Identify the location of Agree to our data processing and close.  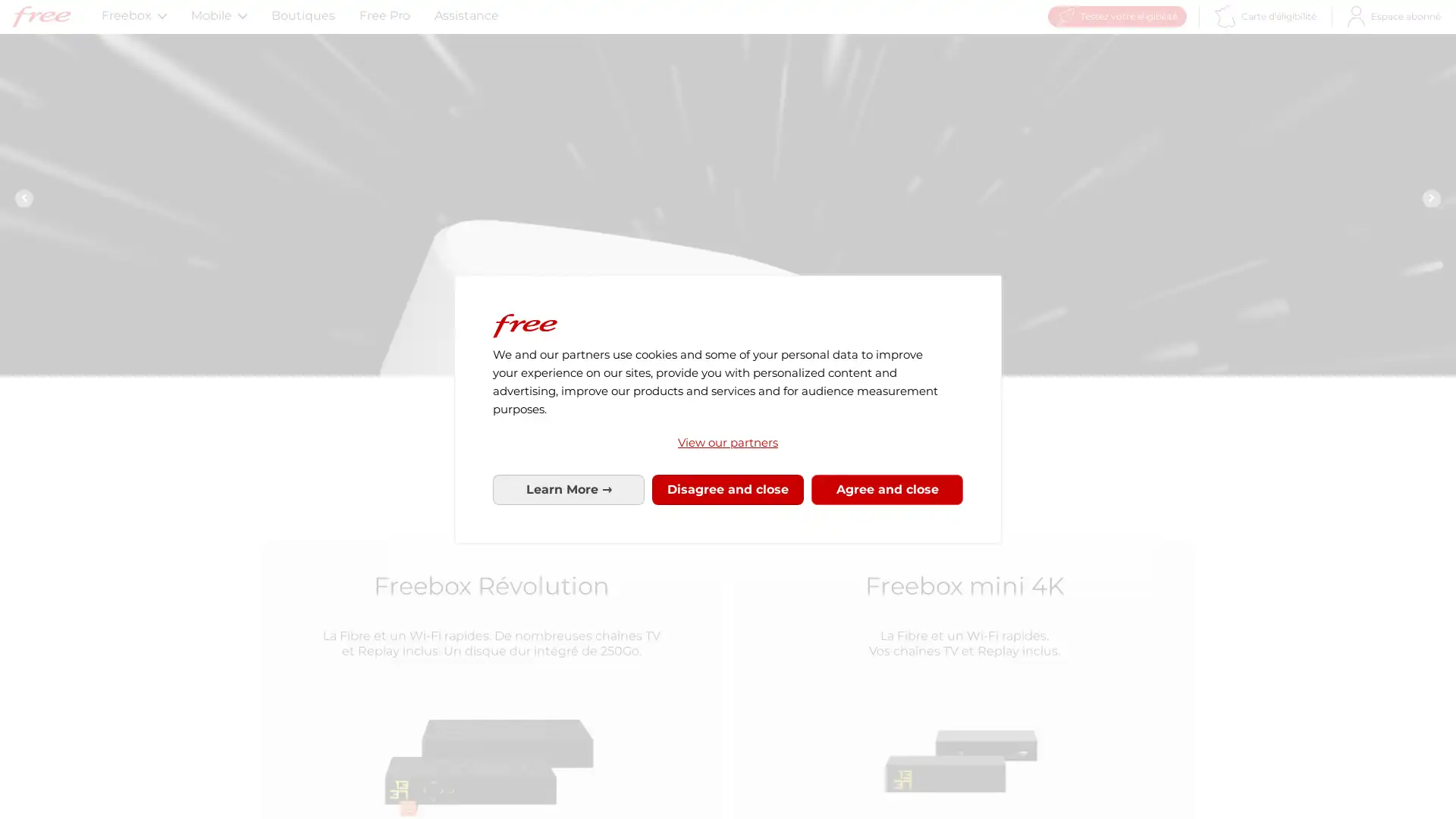
(887, 489).